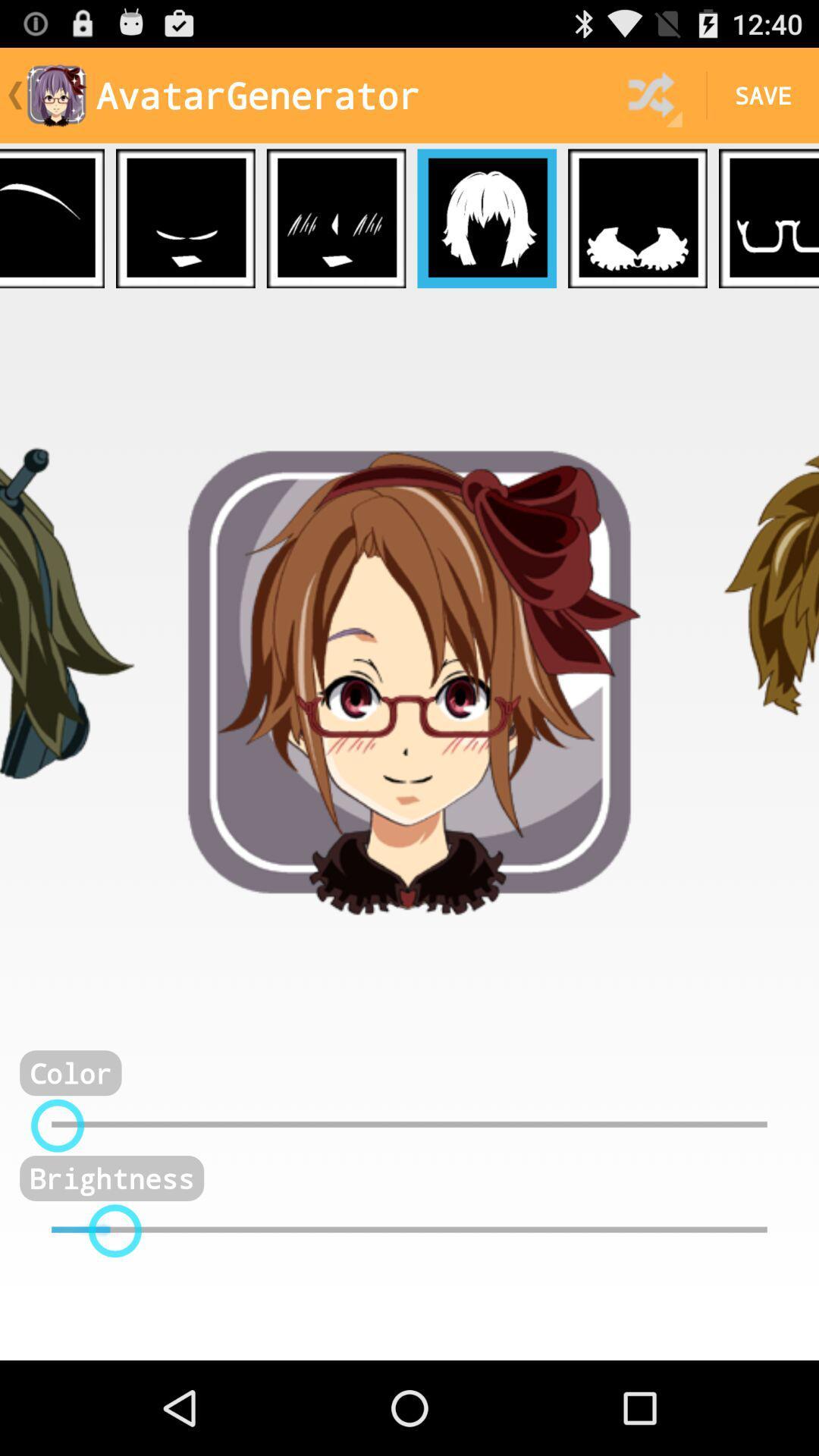  Describe the element at coordinates (638, 218) in the screenshot. I see `open 5th funtion in game` at that location.